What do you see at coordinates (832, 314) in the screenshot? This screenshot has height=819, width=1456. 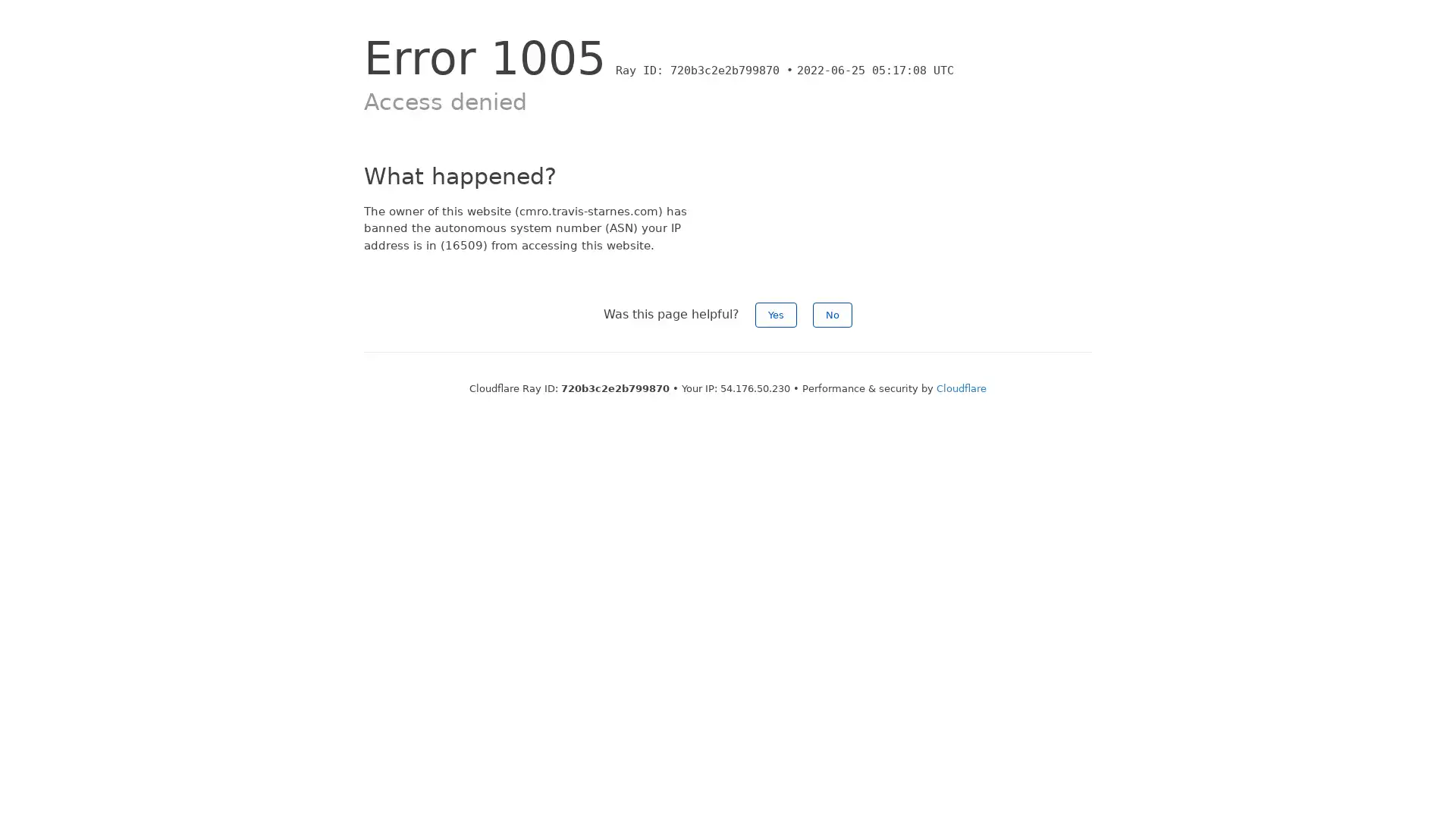 I see `No` at bounding box center [832, 314].